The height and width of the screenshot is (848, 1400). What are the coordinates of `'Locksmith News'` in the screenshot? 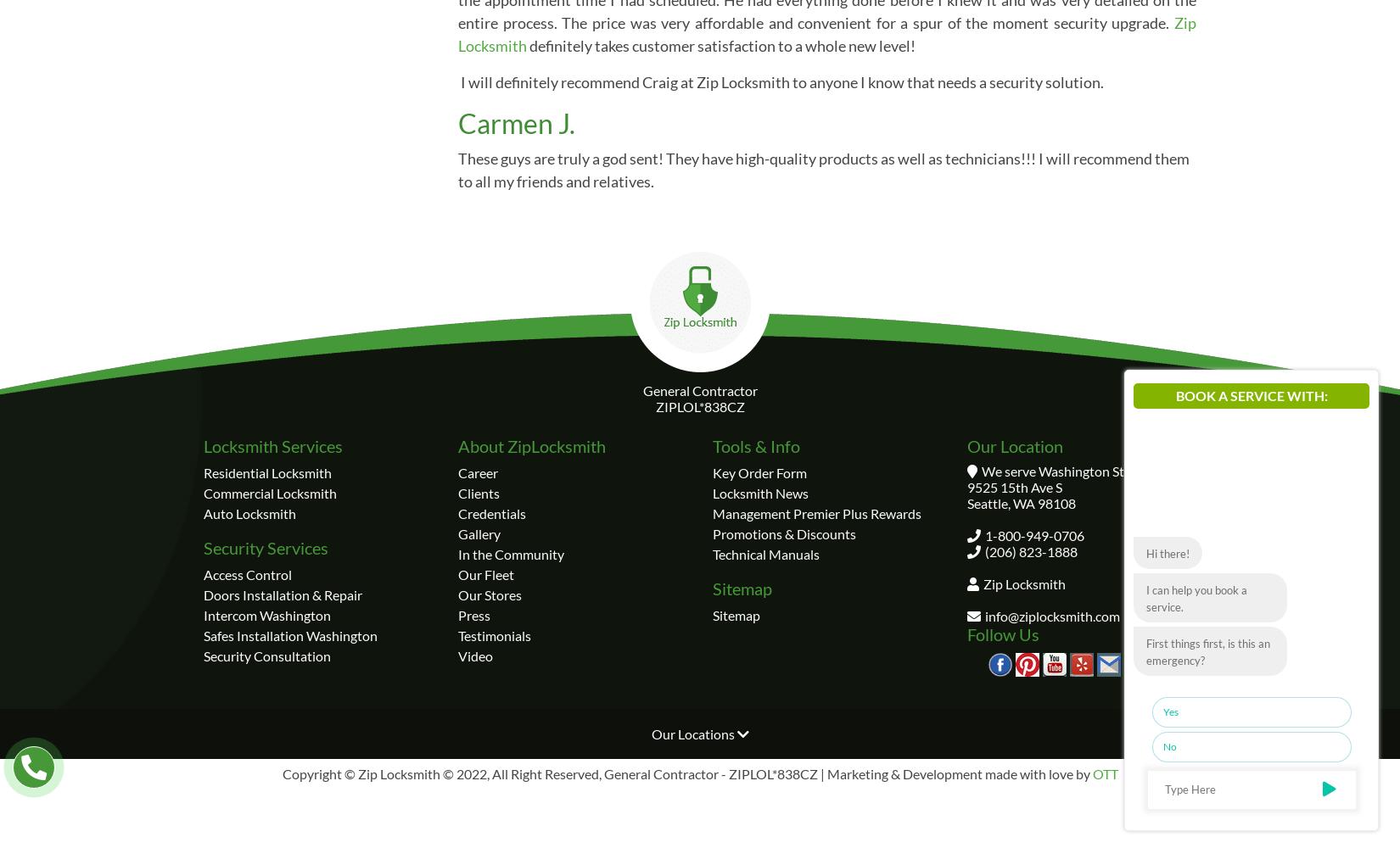 It's located at (760, 491).